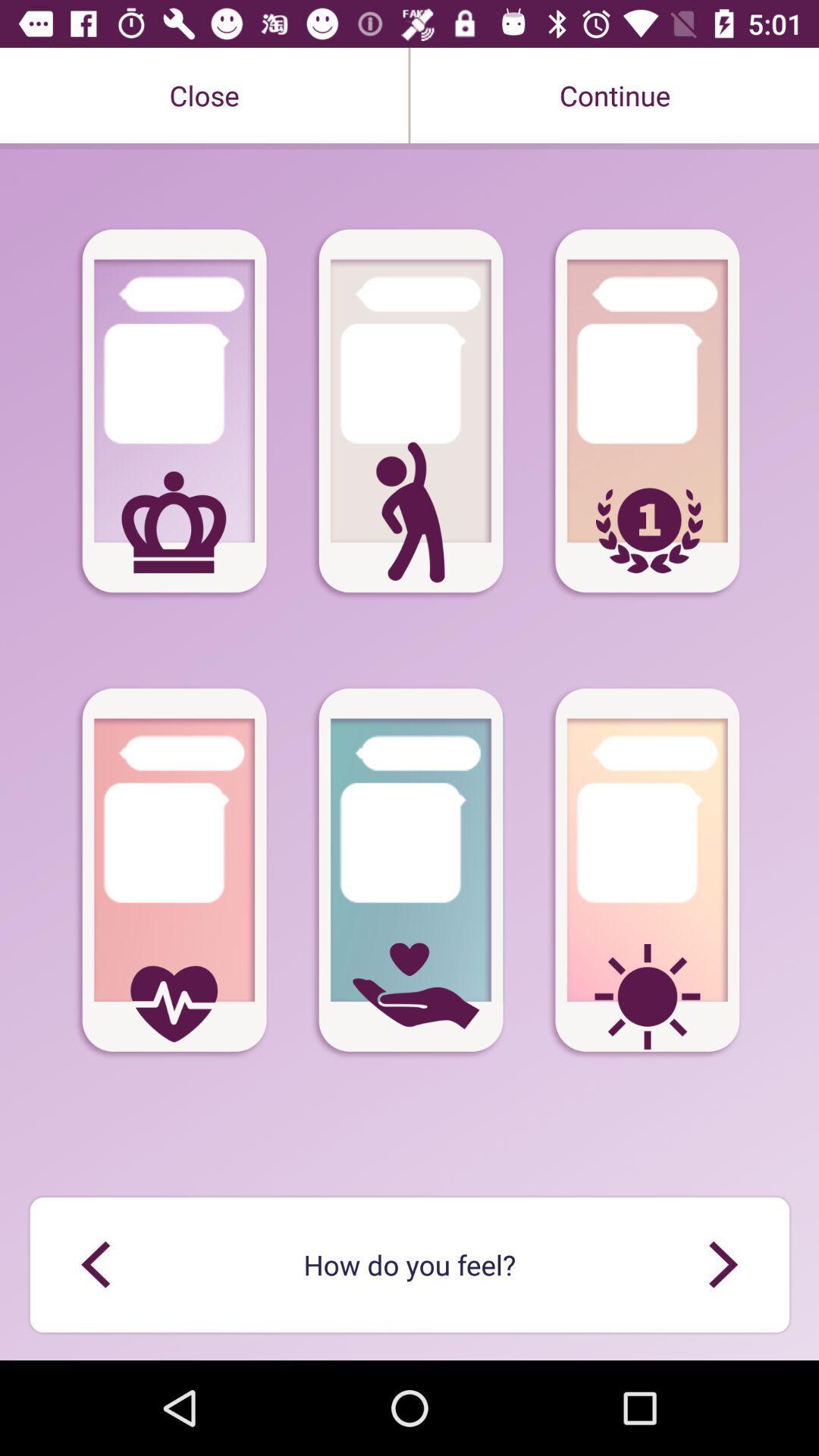  I want to click on preview icone, so click(96, 1264).